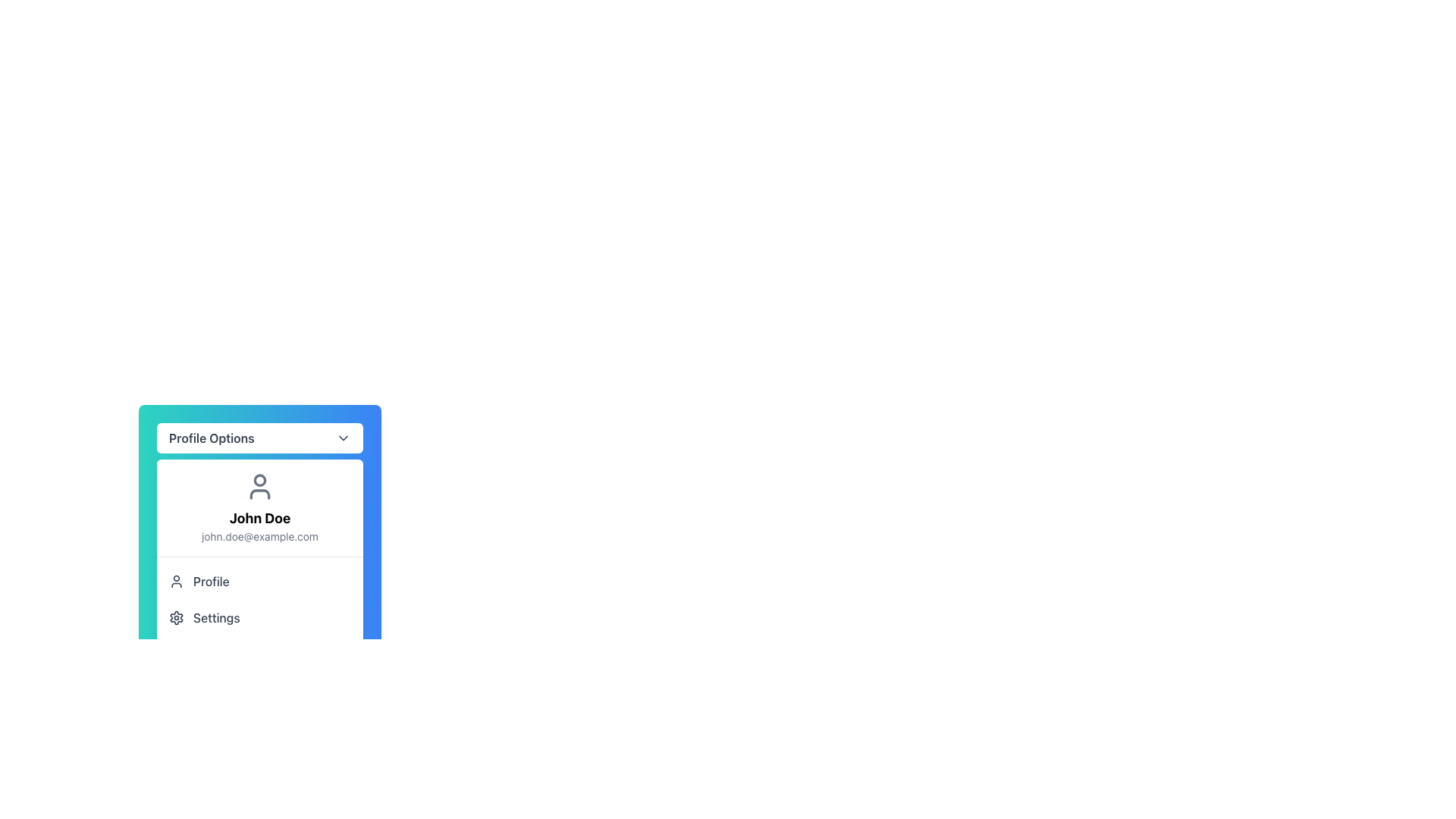  Describe the element at coordinates (177, 617) in the screenshot. I see `the gear-shaped settings icon located next to the 'Settings' text in the dropdown menu` at that location.